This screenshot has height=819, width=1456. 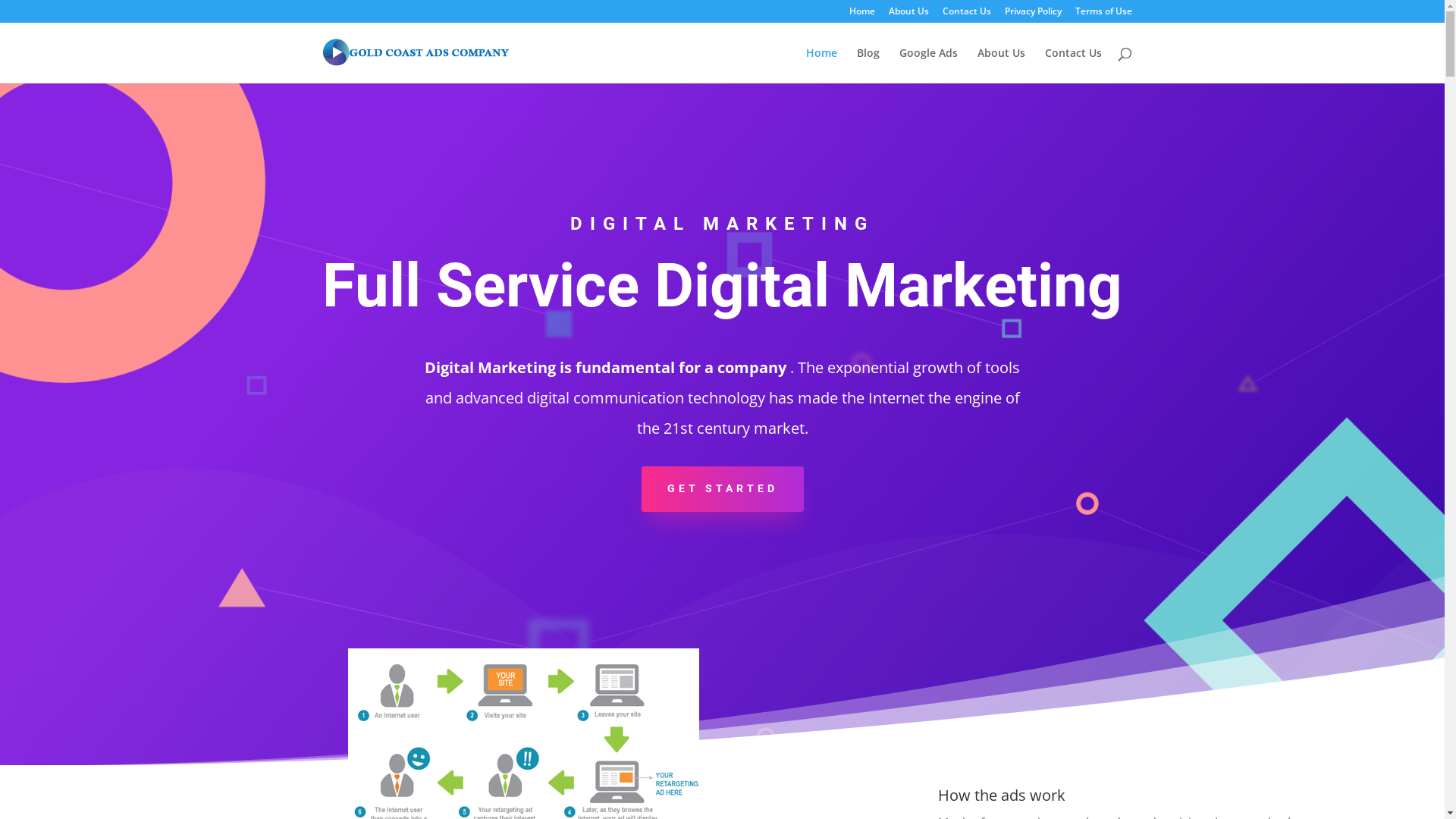 What do you see at coordinates (927, 64) in the screenshot?
I see `'Google Ads'` at bounding box center [927, 64].